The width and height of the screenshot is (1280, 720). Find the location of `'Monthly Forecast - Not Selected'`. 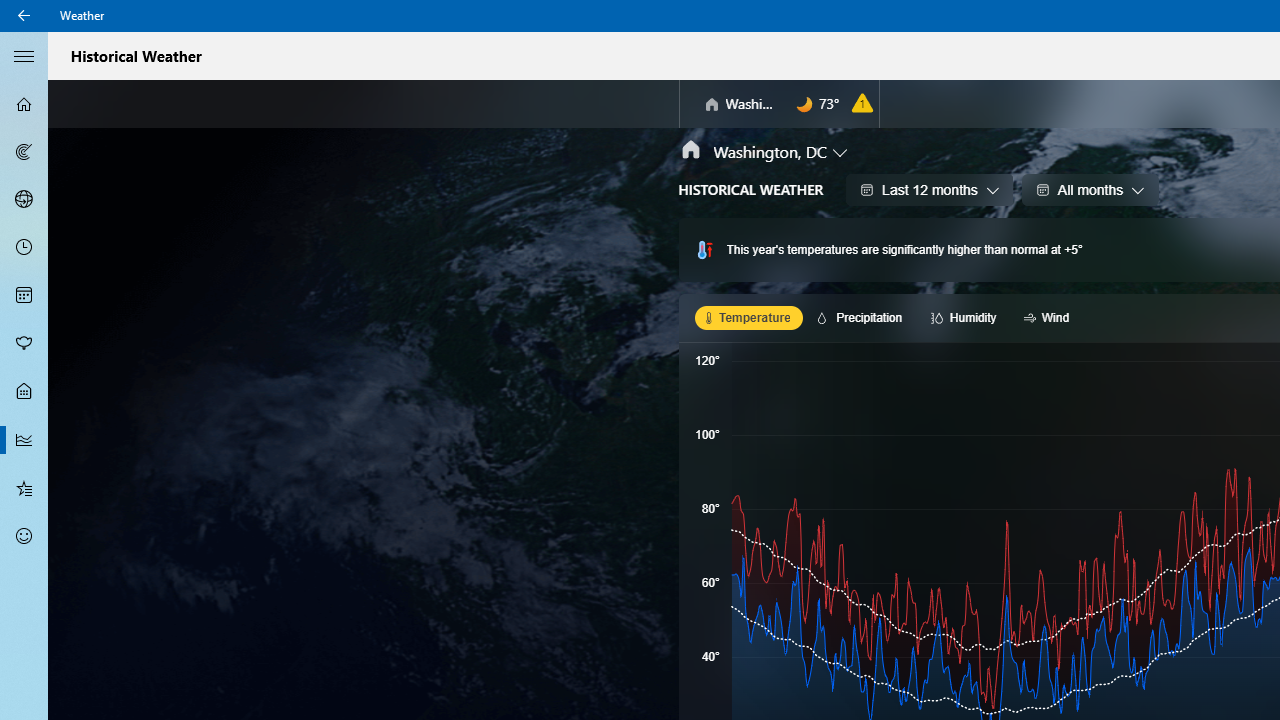

'Monthly Forecast - Not Selected' is located at coordinates (24, 295).